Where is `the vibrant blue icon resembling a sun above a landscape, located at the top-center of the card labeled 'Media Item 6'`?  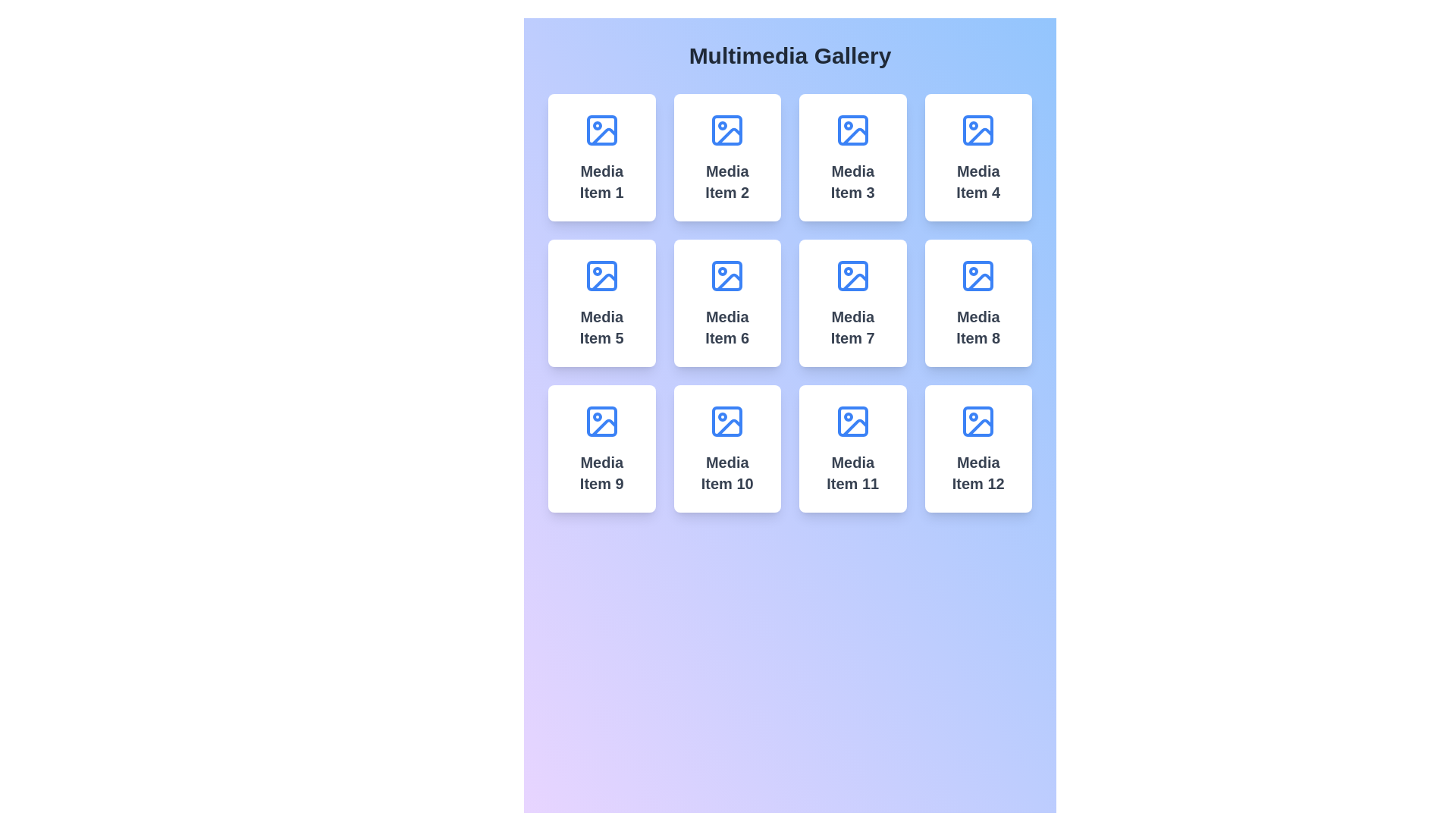
the vibrant blue icon resembling a sun above a landscape, located at the top-center of the card labeled 'Media Item 6' is located at coordinates (726, 275).